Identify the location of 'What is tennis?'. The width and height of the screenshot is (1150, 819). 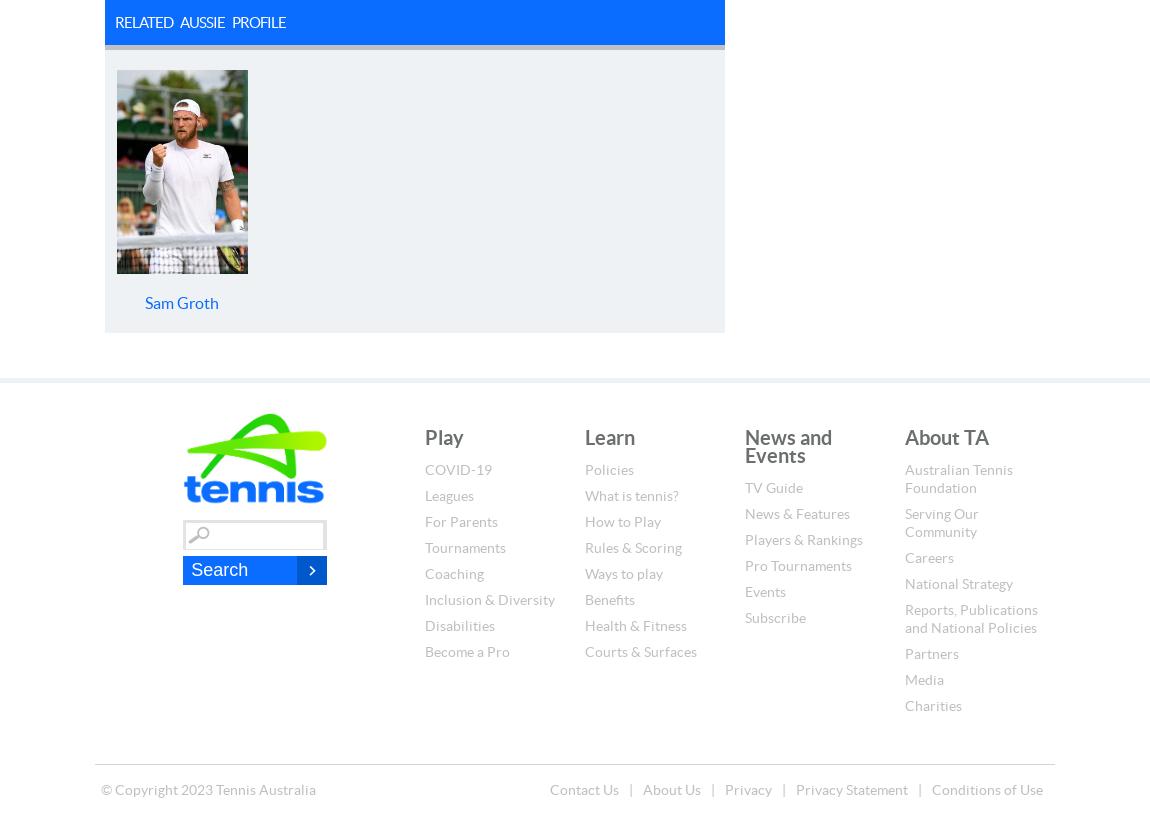
(631, 494).